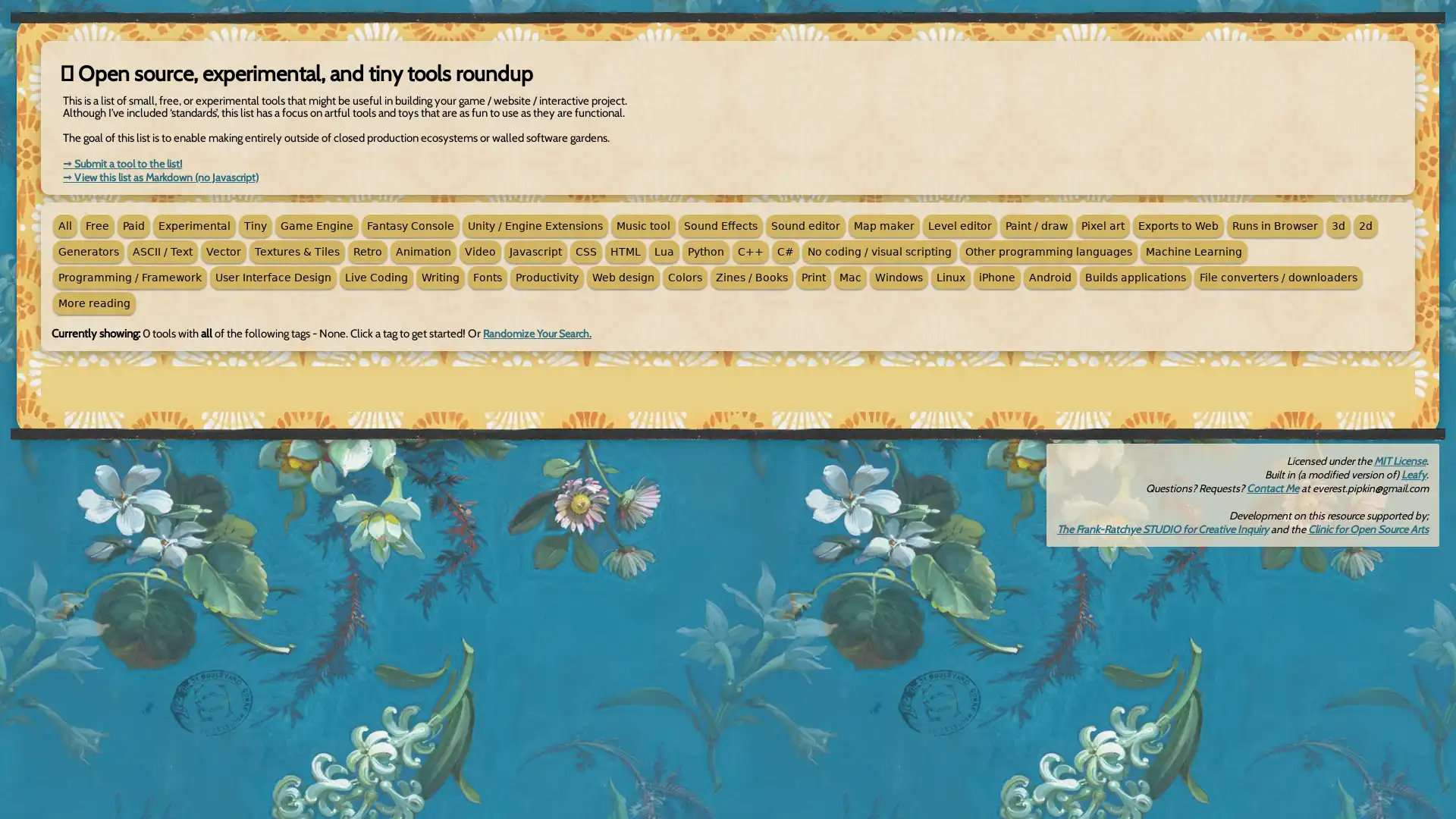  Describe the element at coordinates (1338, 225) in the screenshot. I see `3d` at that location.